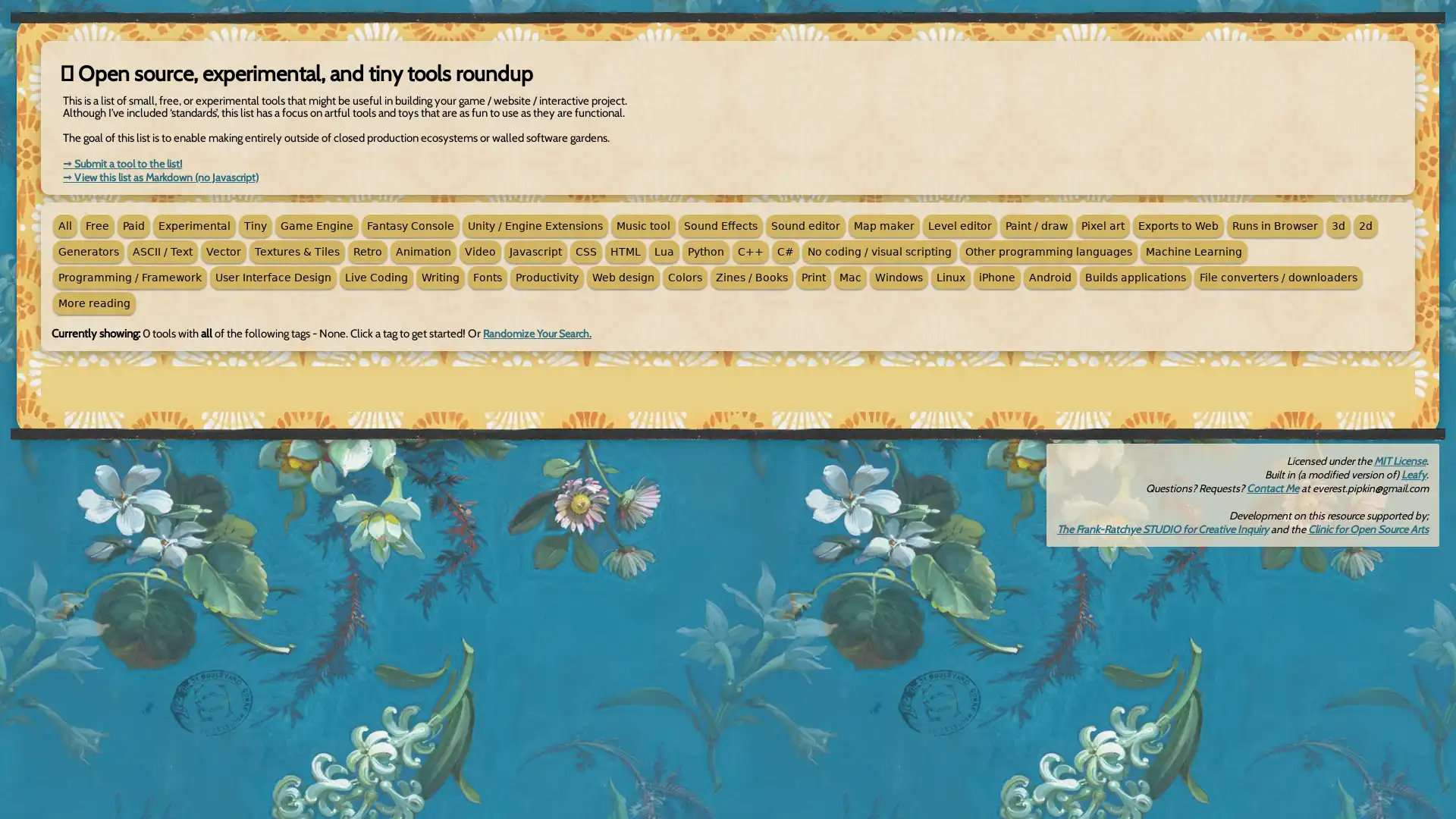  Describe the element at coordinates (1338, 225) in the screenshot. I see `3d` at that location.